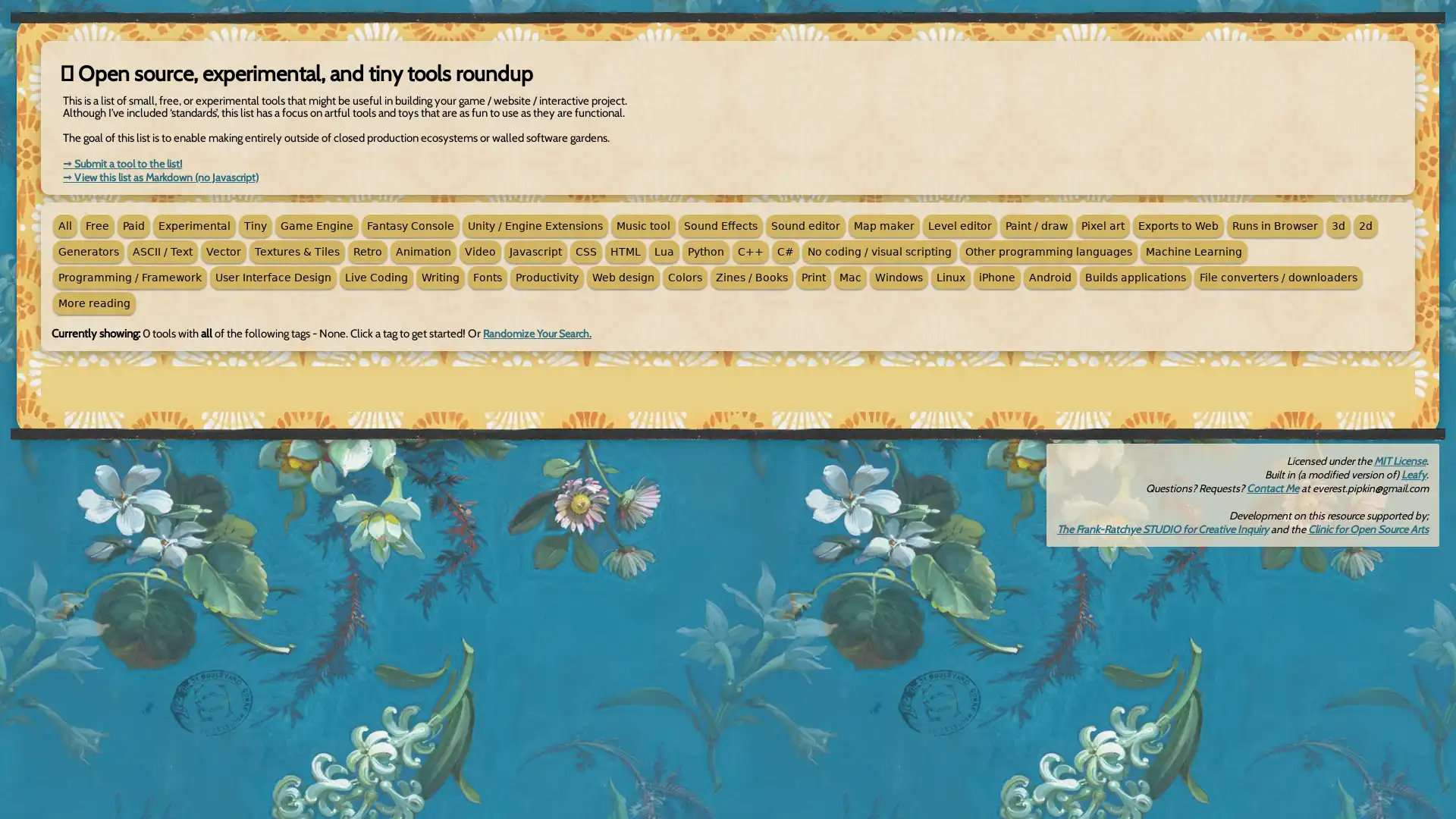  Describe the element at coordinates (1338, 225) in the screenshot. I see `3d` at that location.